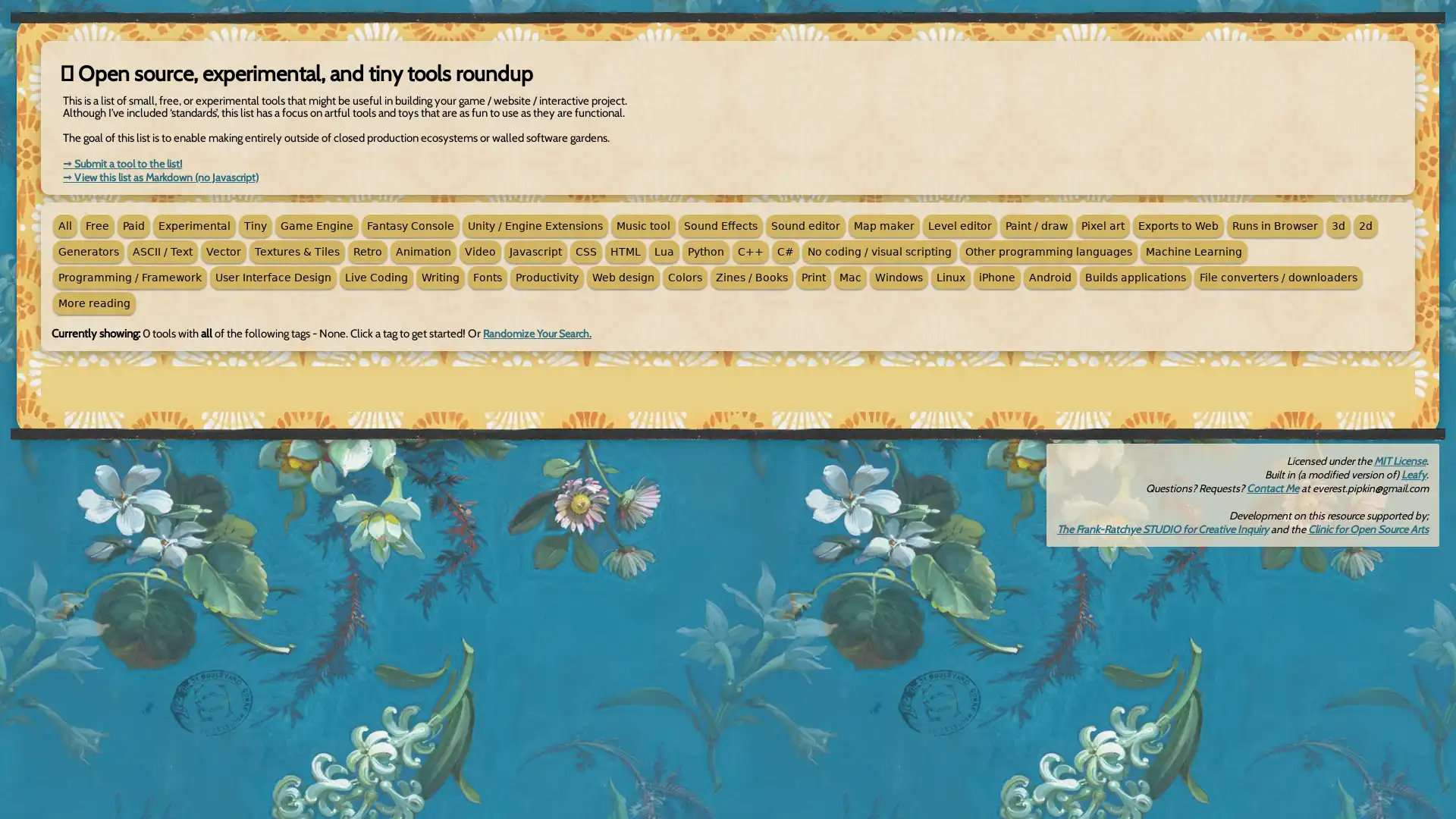  Describe the element at coordinates (1338, 225) in the screenshot. I see `3d` at that location.